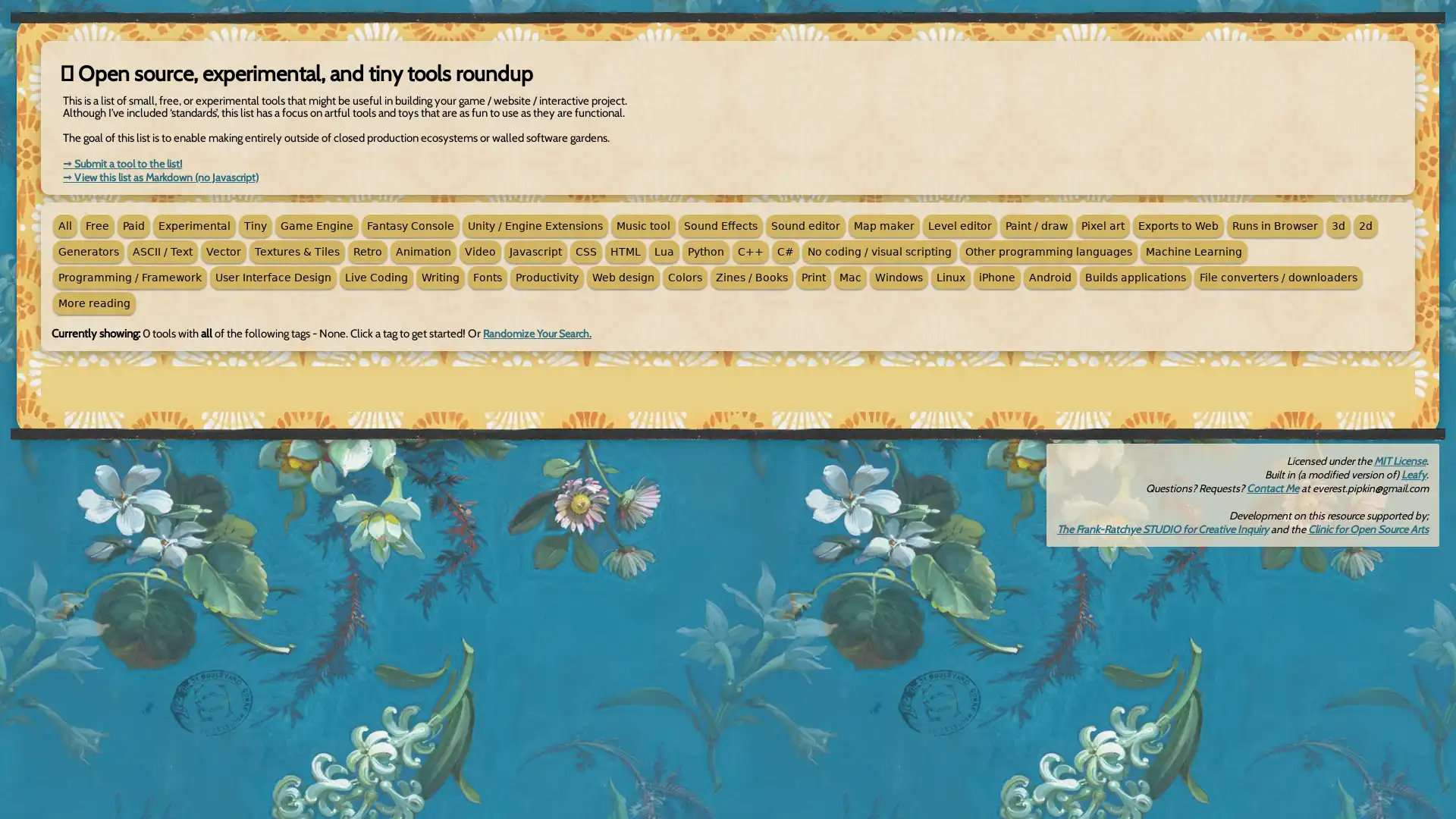  Describe the element at coordinates (1338, 225) in the screenshot. I see `3d` at that location.